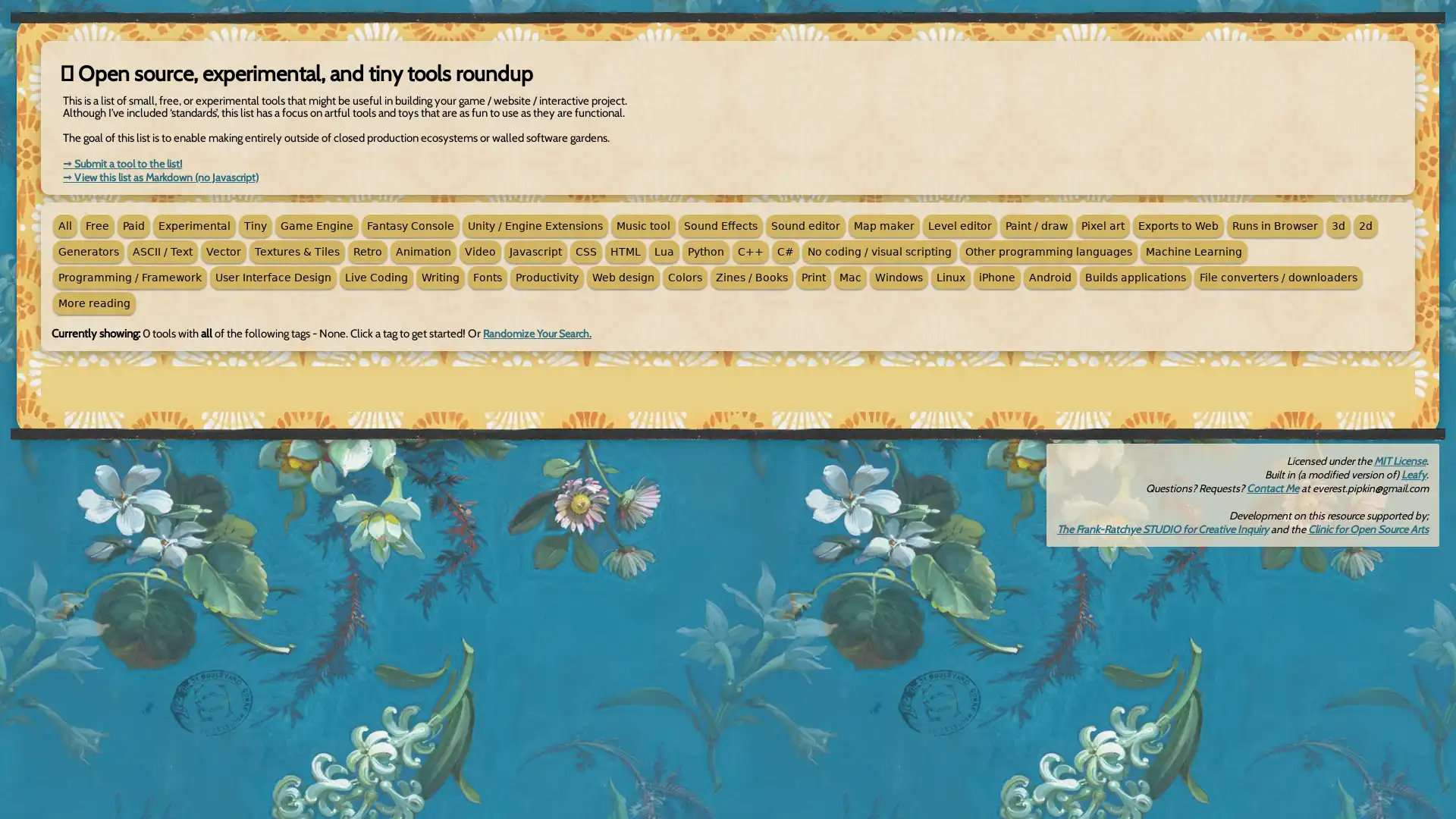  Describe the element at coordinates (1338, 225) in the screenshot. I see `3d` at that location.